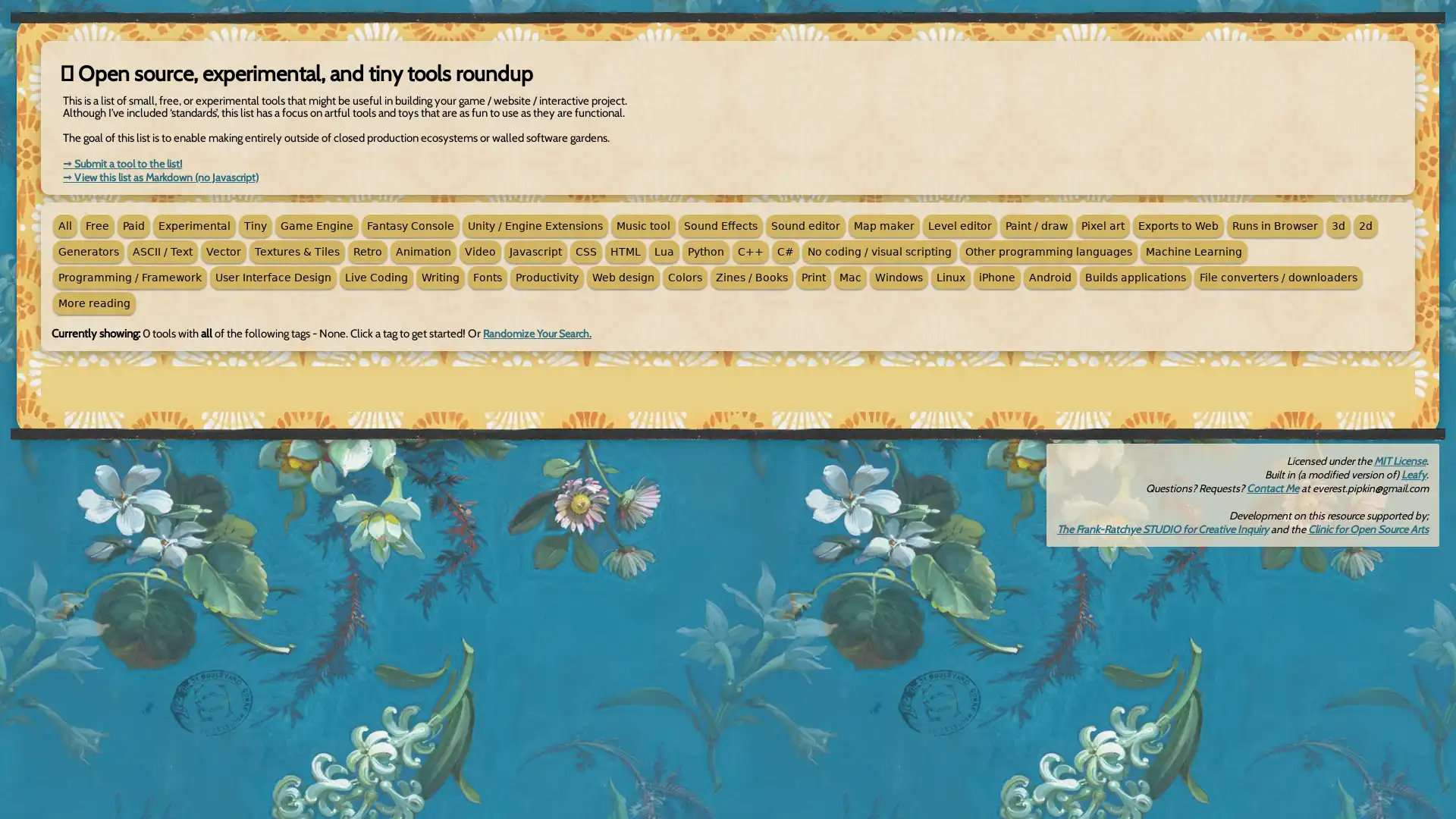  Describe the element at coordinates (1338, 225) in the screenshot. I see `3d` at that location.